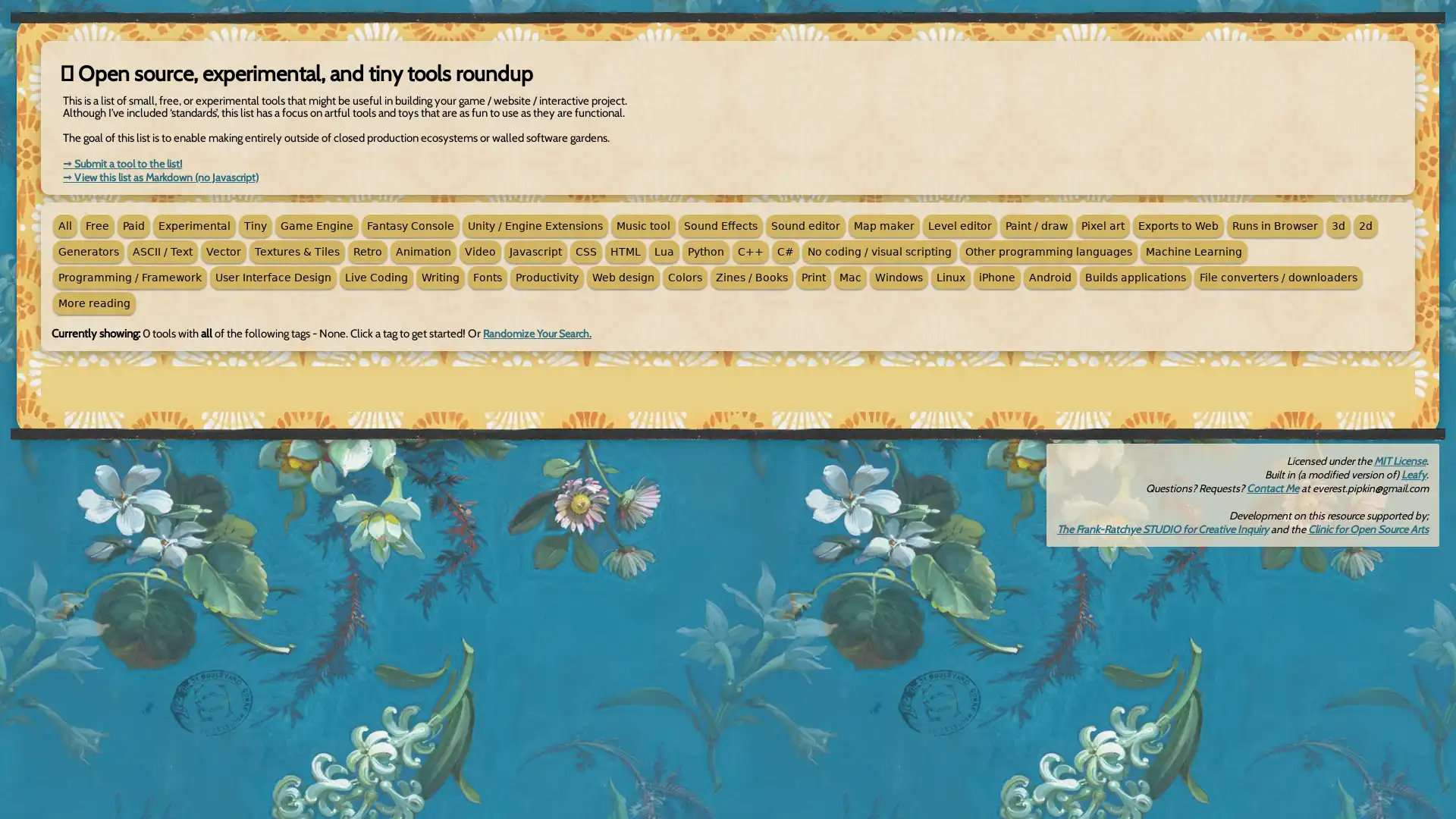  Describe the element at coordinates (1338, 225) in the screenshot. I see `3d` at that location.